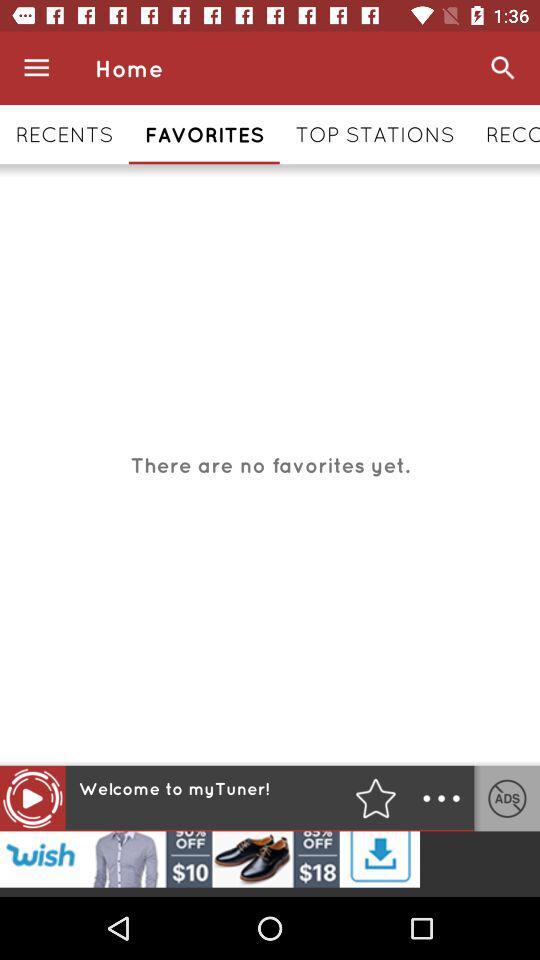 The width and height of the screenshot is (540, 960). Describe the element at coordinates (441, 798) in the screenshot. I see `the more icon` at that location.